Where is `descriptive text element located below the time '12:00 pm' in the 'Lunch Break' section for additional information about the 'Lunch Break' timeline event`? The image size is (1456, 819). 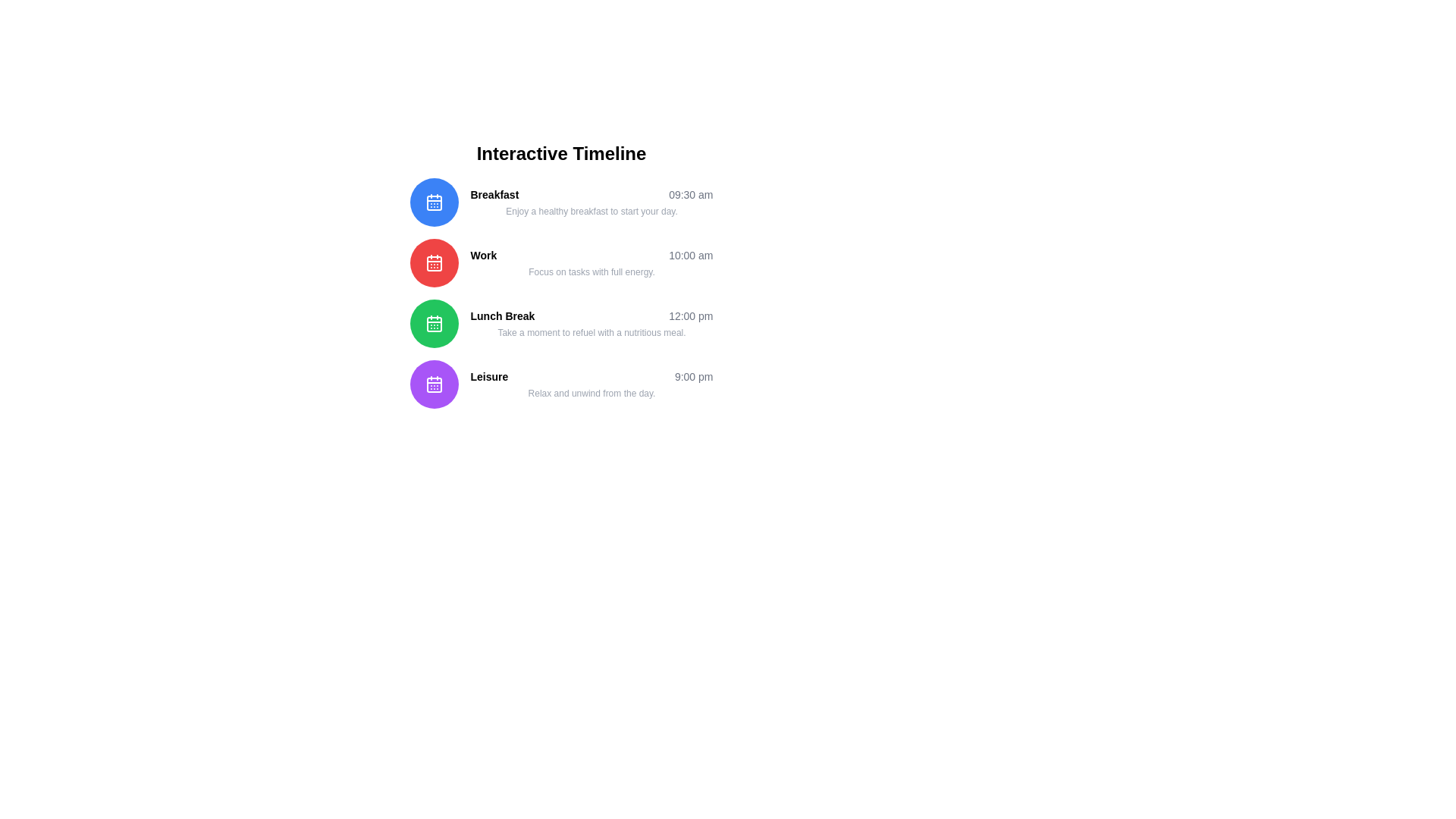 descriptive text element located below the time '12:00 pm' in the 'Lunch Break' section for additional information about the 'Lunch Break' timeline event is located at coordinates (591, 332).